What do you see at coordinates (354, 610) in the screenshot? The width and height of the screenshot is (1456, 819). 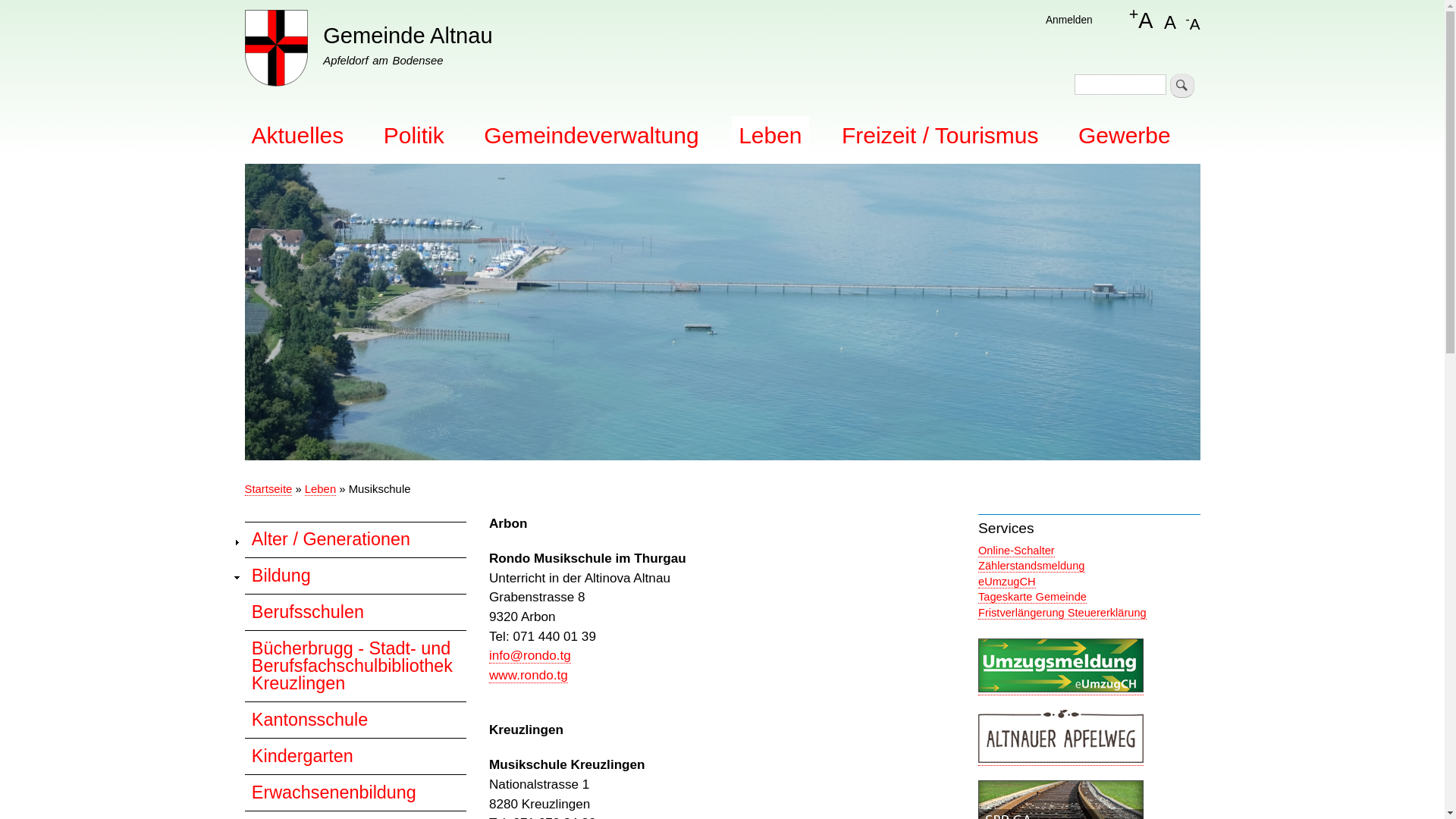 I see `'Berufsschulen'` at bounding box center [354, 610].